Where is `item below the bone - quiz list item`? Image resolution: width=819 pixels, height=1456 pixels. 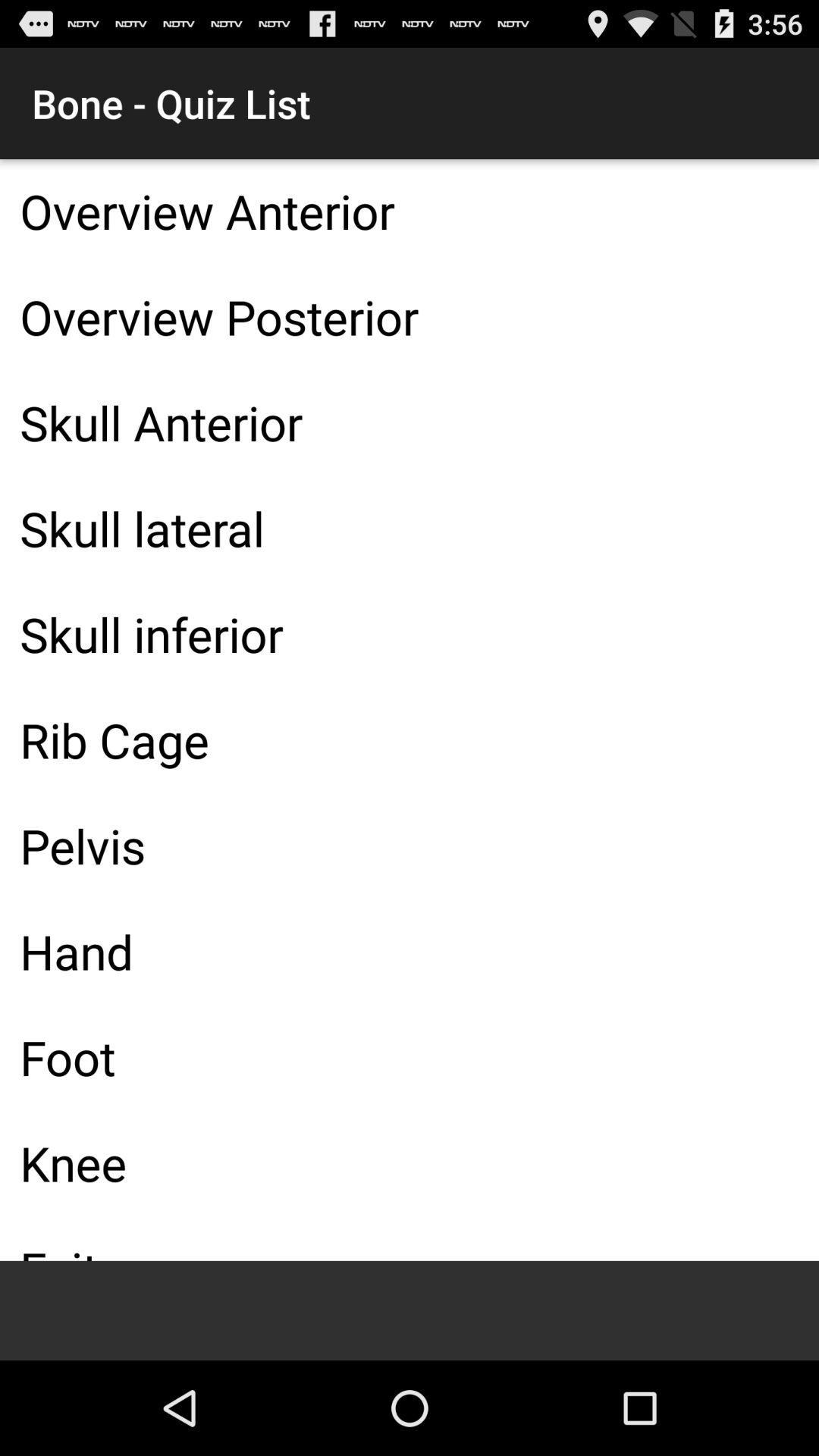 item below the bone - quiz list item is located at coordinates (409, 210).